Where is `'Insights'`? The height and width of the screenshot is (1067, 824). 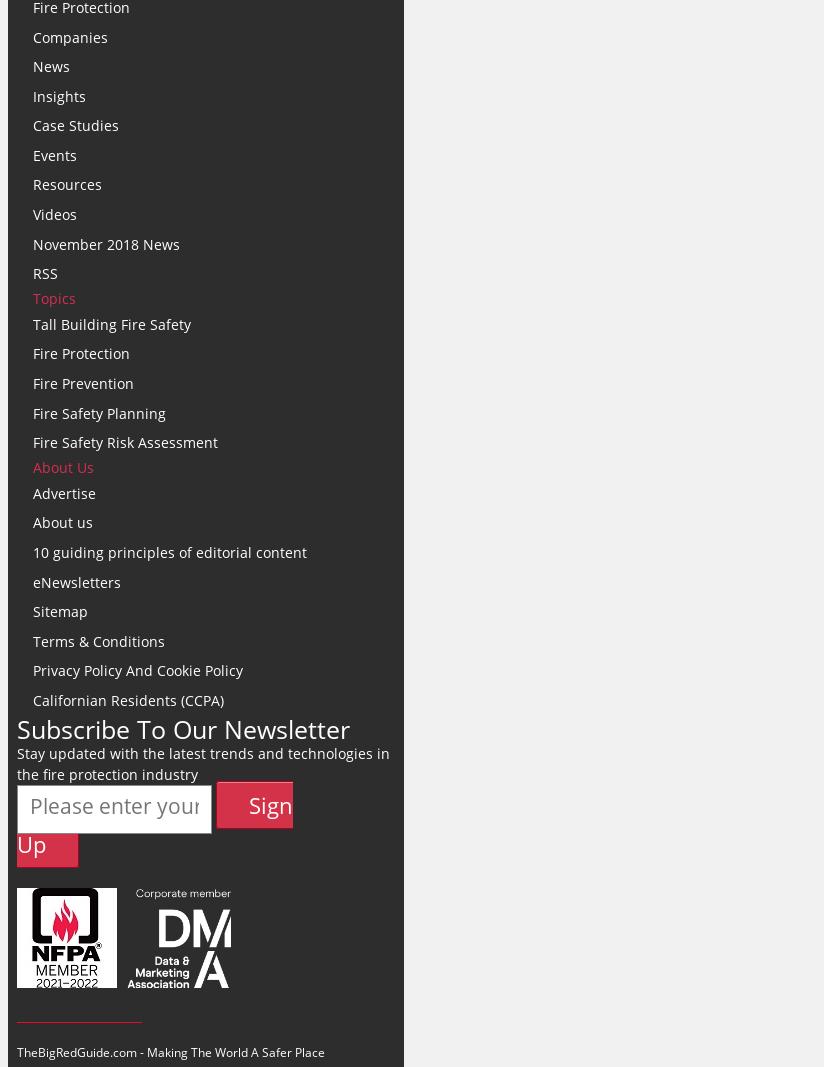
'Insights' is located at coordinates (59, 94).